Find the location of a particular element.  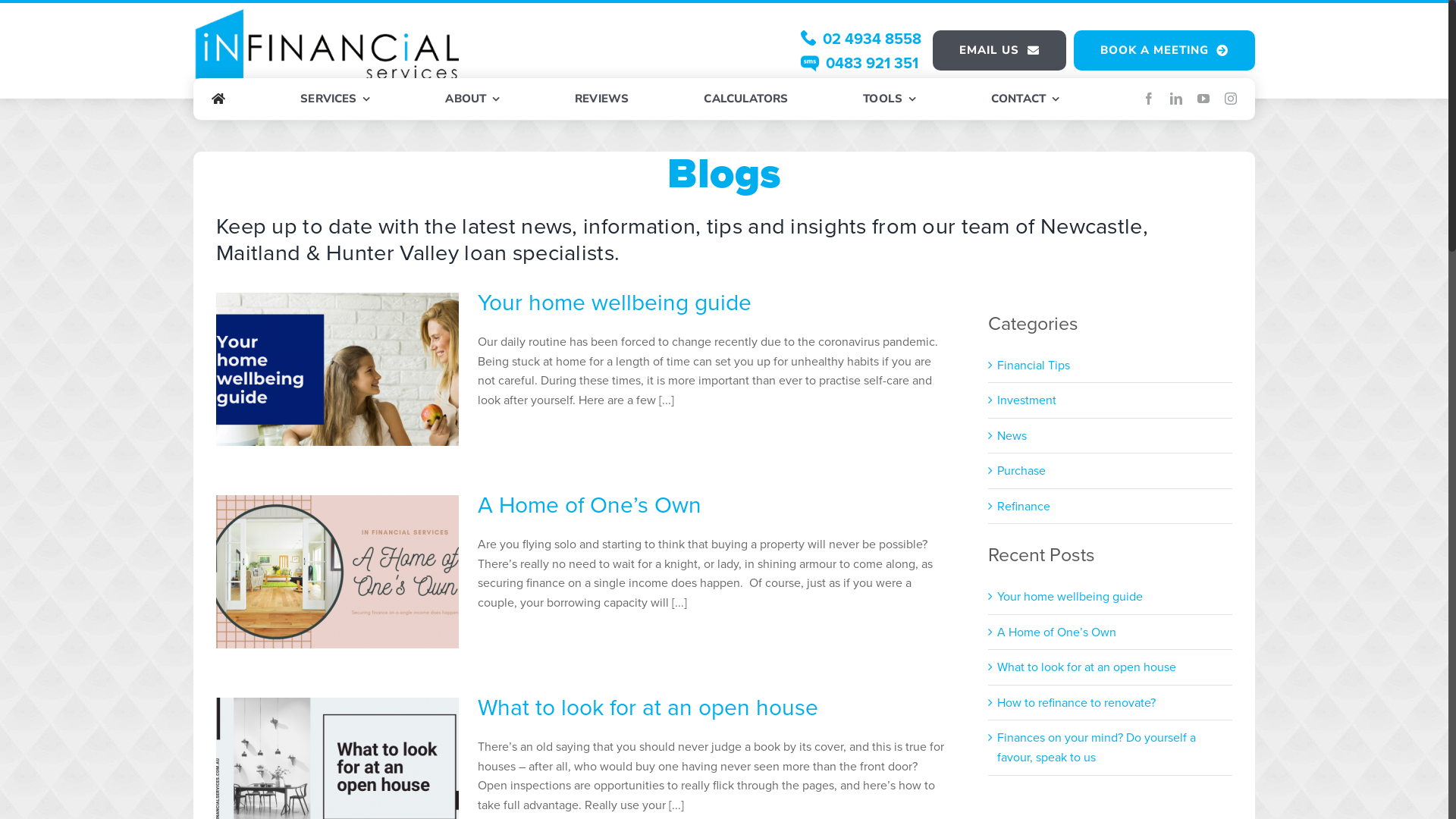

'CALCULATORS' is located at coordinates (745, 99).